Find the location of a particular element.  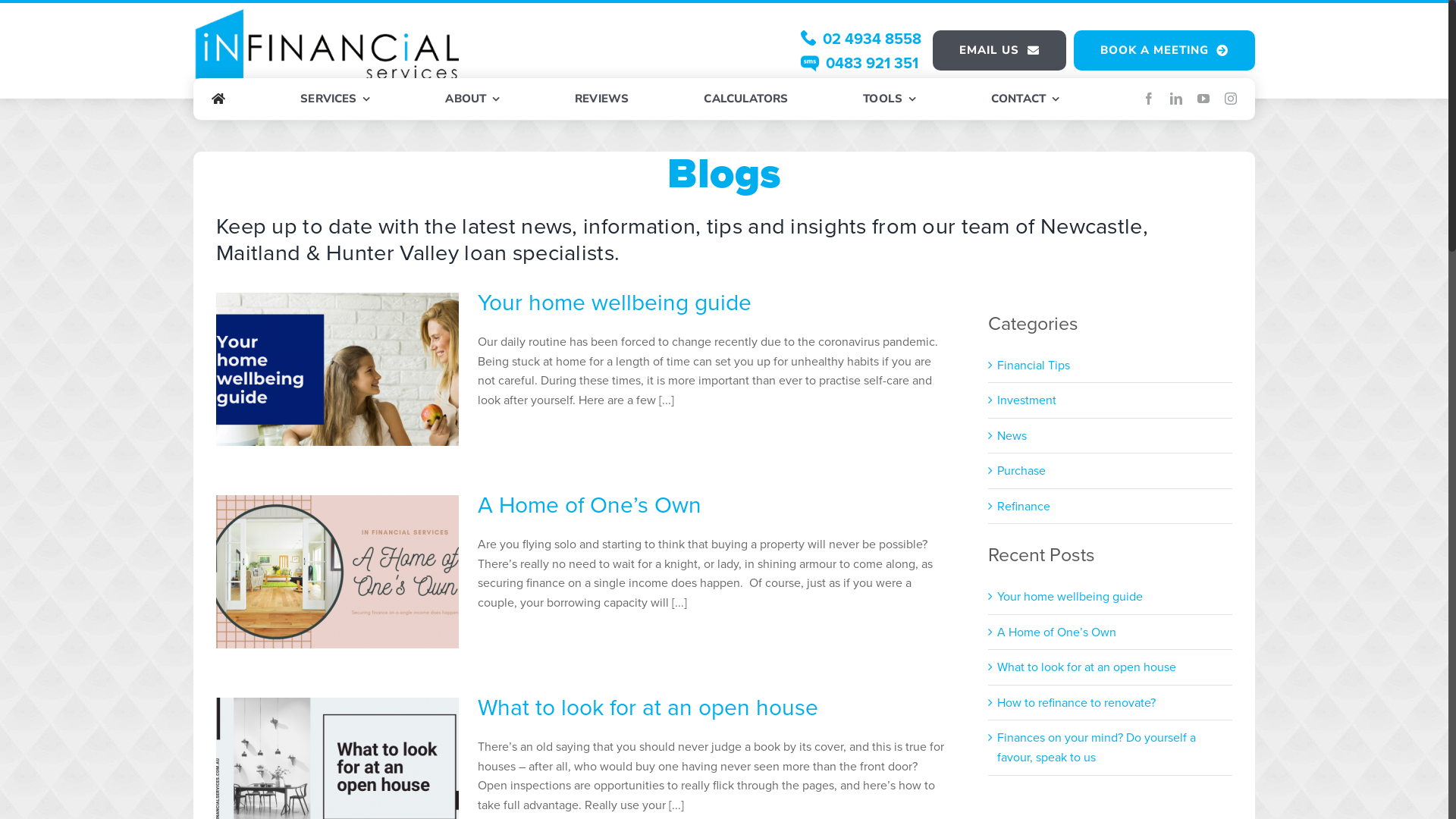

'CALCULATORS' is located at coordinates (745, 99).